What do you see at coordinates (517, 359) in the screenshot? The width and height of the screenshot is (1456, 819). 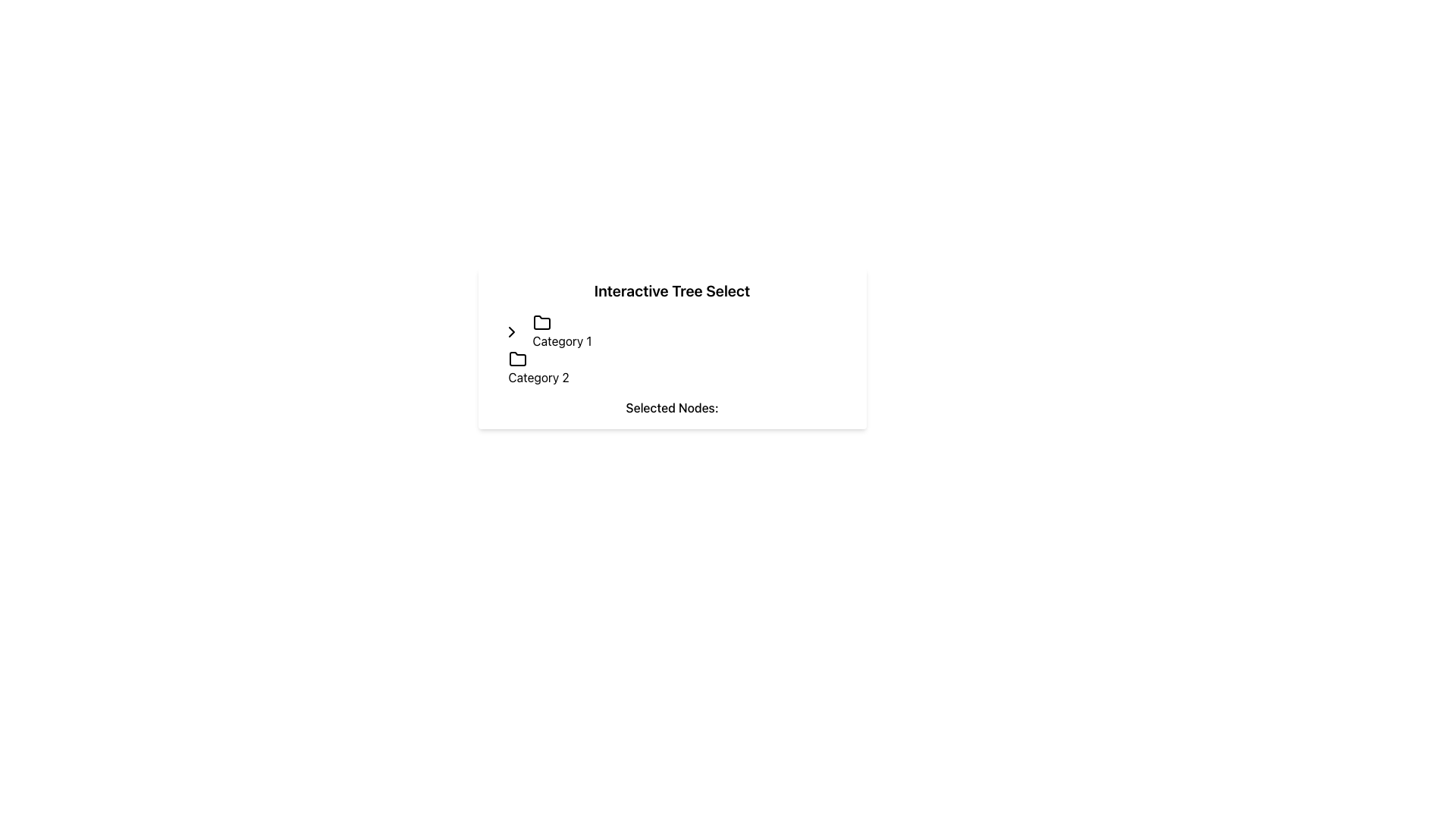 I see `the second folder icon labeled 'Category 2' in the 'Interactive Tree Select' section` at bounding box center [517, 359].